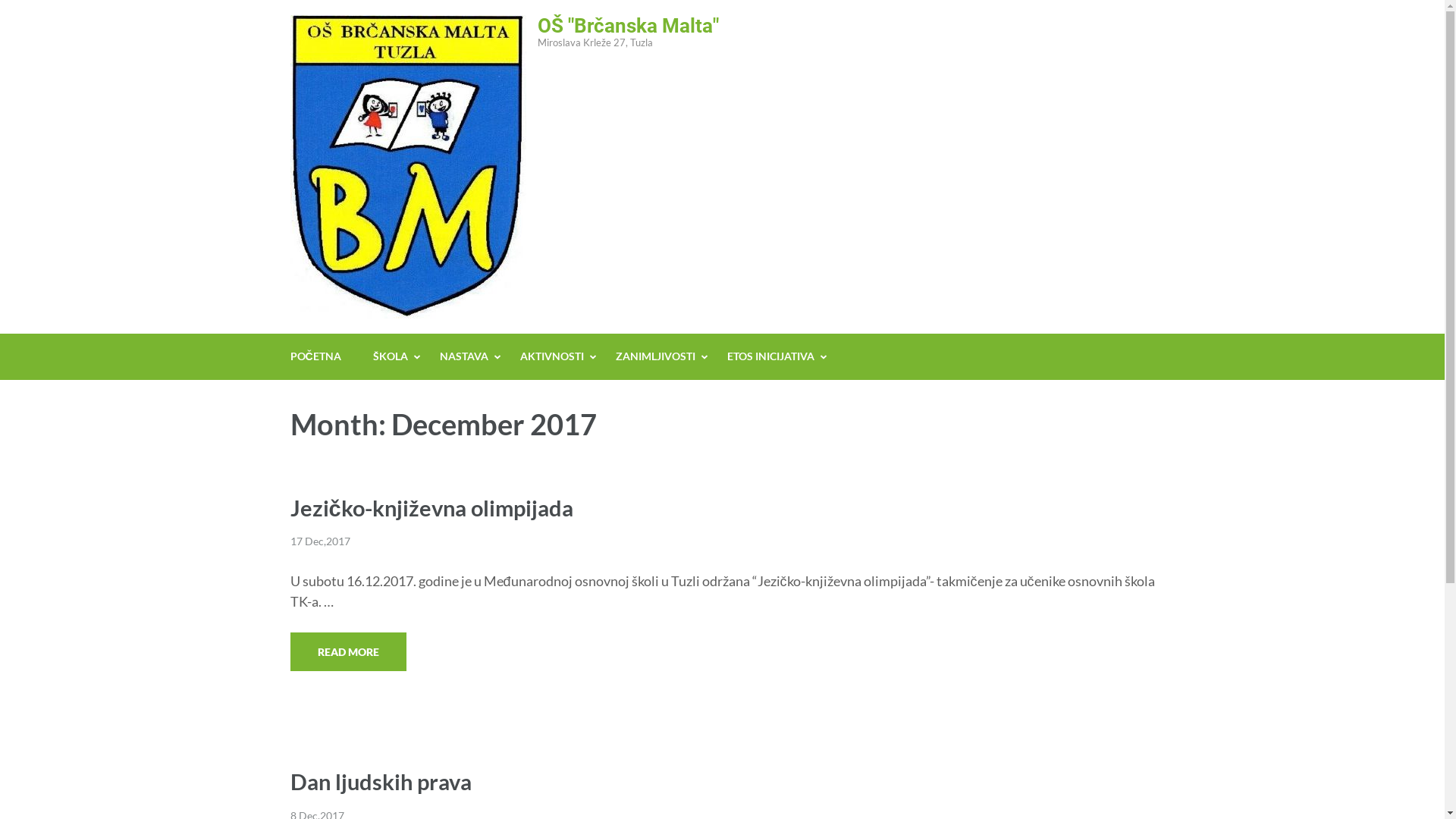  I want to click on 'NASTAVA', so click(439, 356).